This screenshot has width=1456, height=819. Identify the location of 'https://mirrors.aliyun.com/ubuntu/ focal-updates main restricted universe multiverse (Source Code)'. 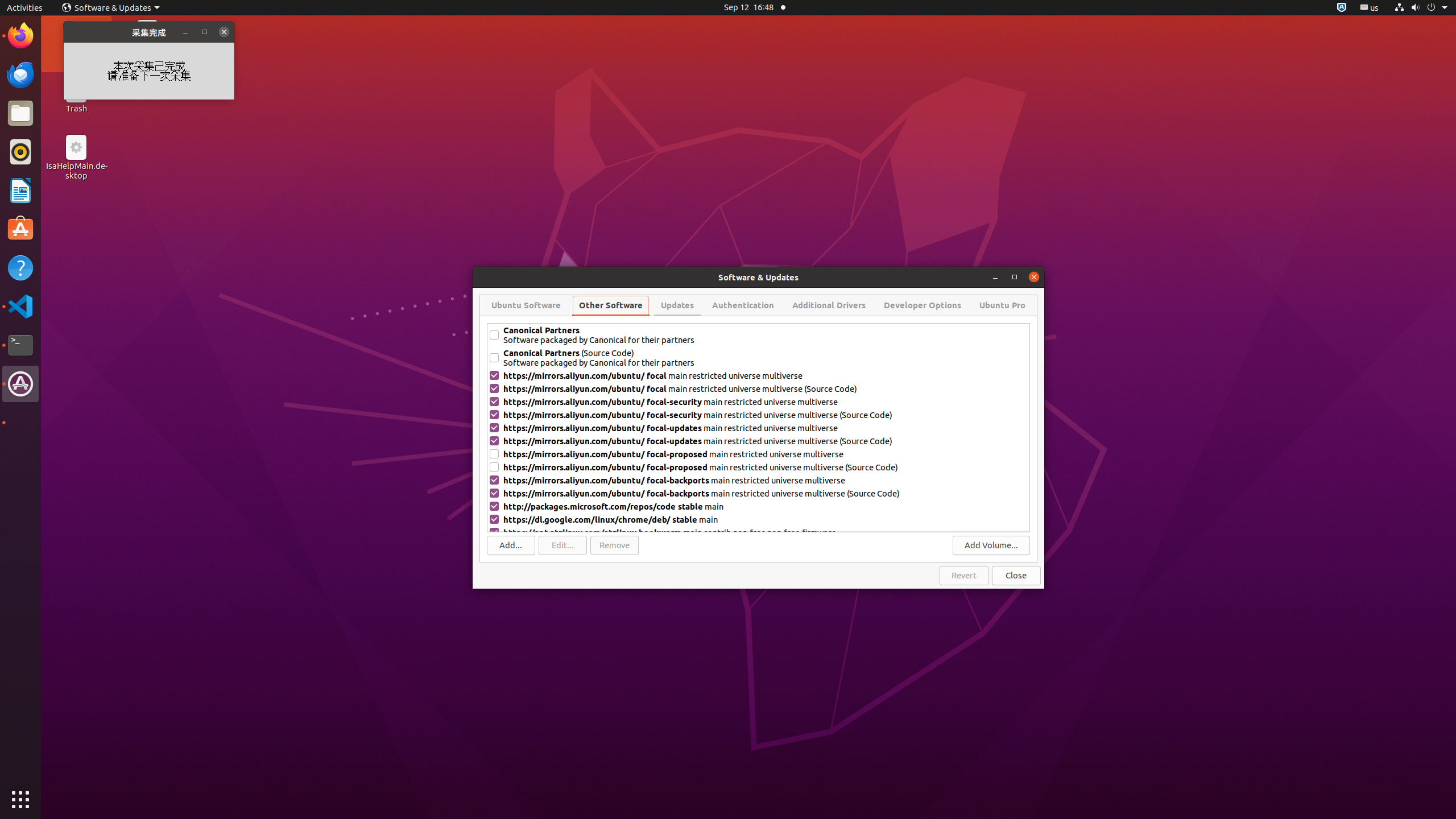
(765, 440).